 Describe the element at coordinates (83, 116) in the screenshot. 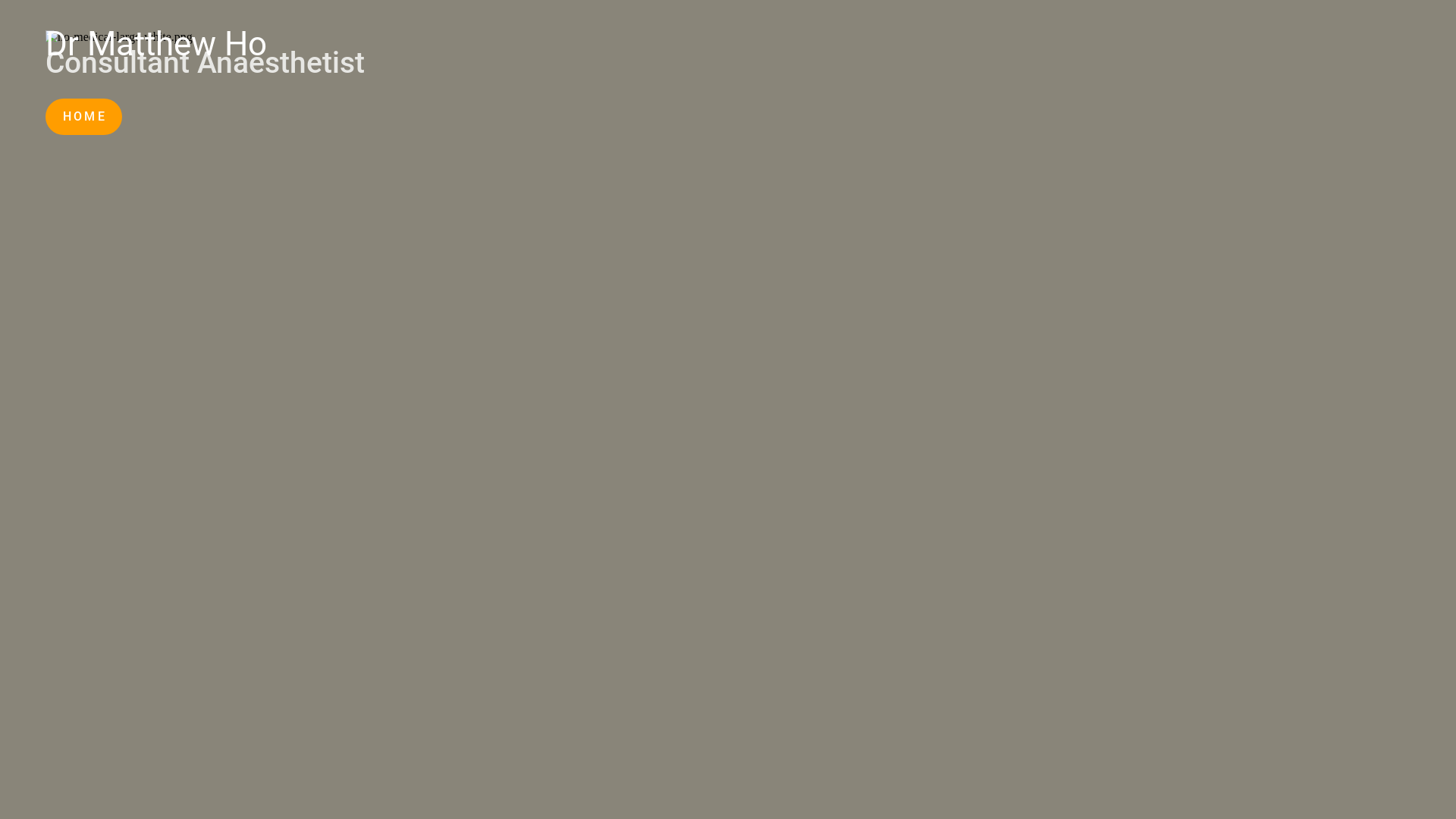

I see `'HOME'` at that location.